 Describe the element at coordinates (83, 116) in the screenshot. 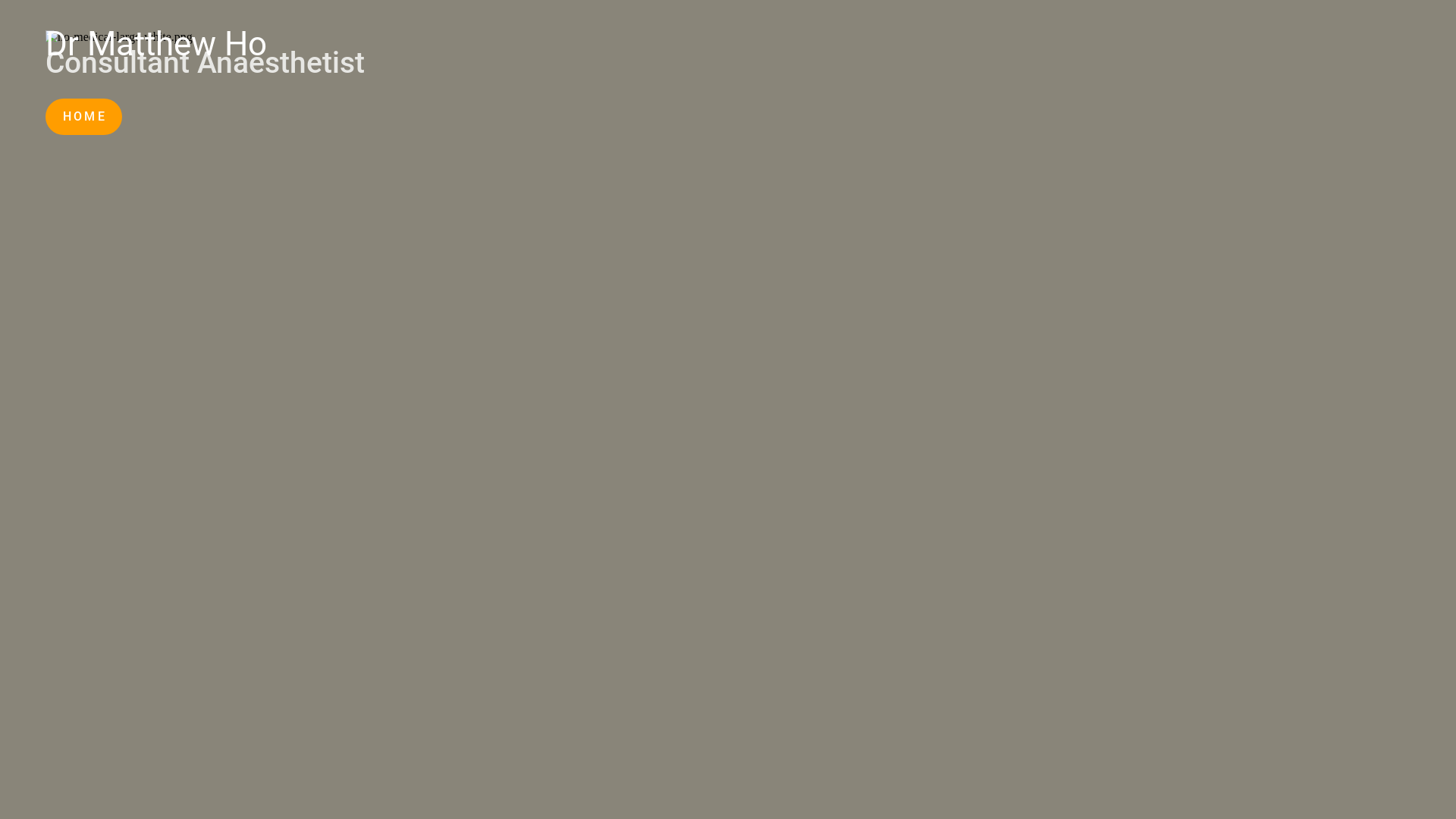

I see `'HOME'` at that location.